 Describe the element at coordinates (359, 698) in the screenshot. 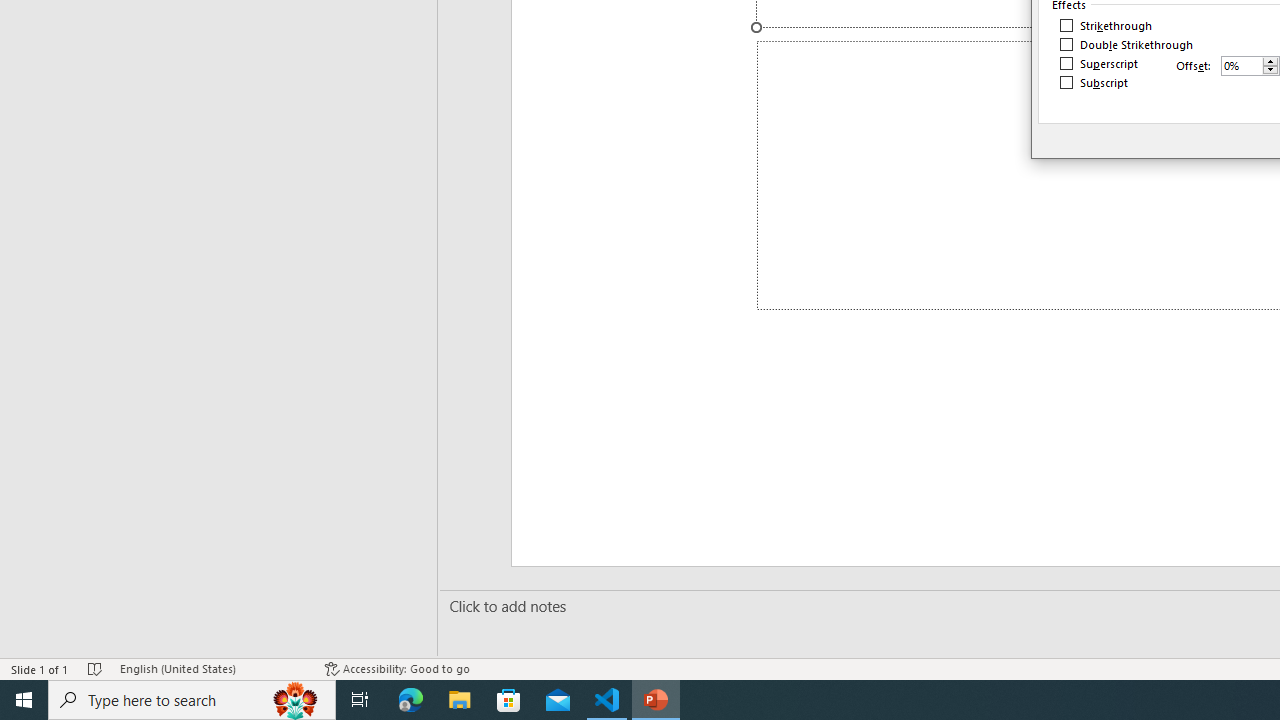

I see `'Task View'` at that location.